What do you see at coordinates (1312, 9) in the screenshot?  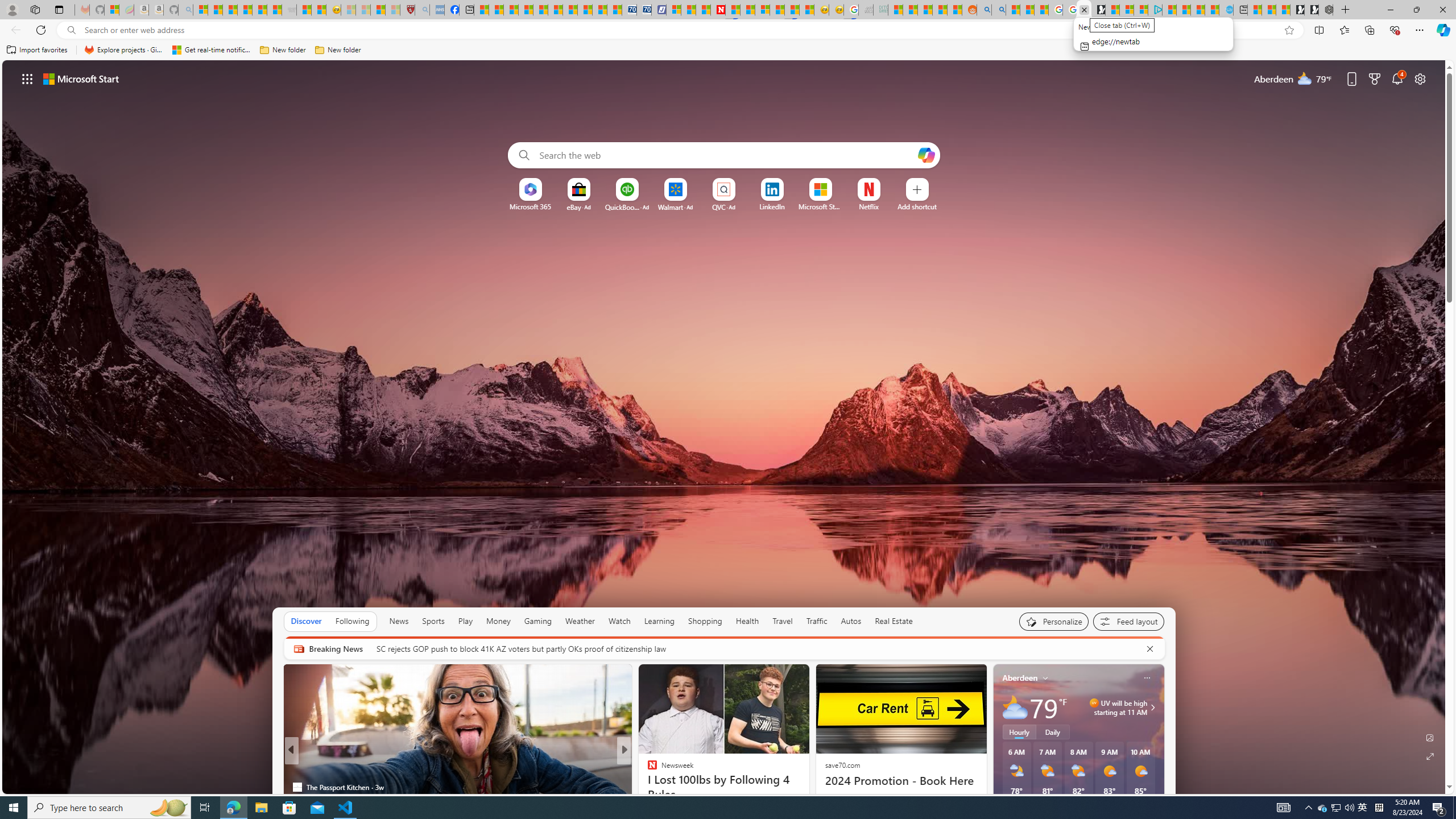 I see `'Play Free Online Games | Games from Microsoft Start'` at bounding box center [1312, 9].